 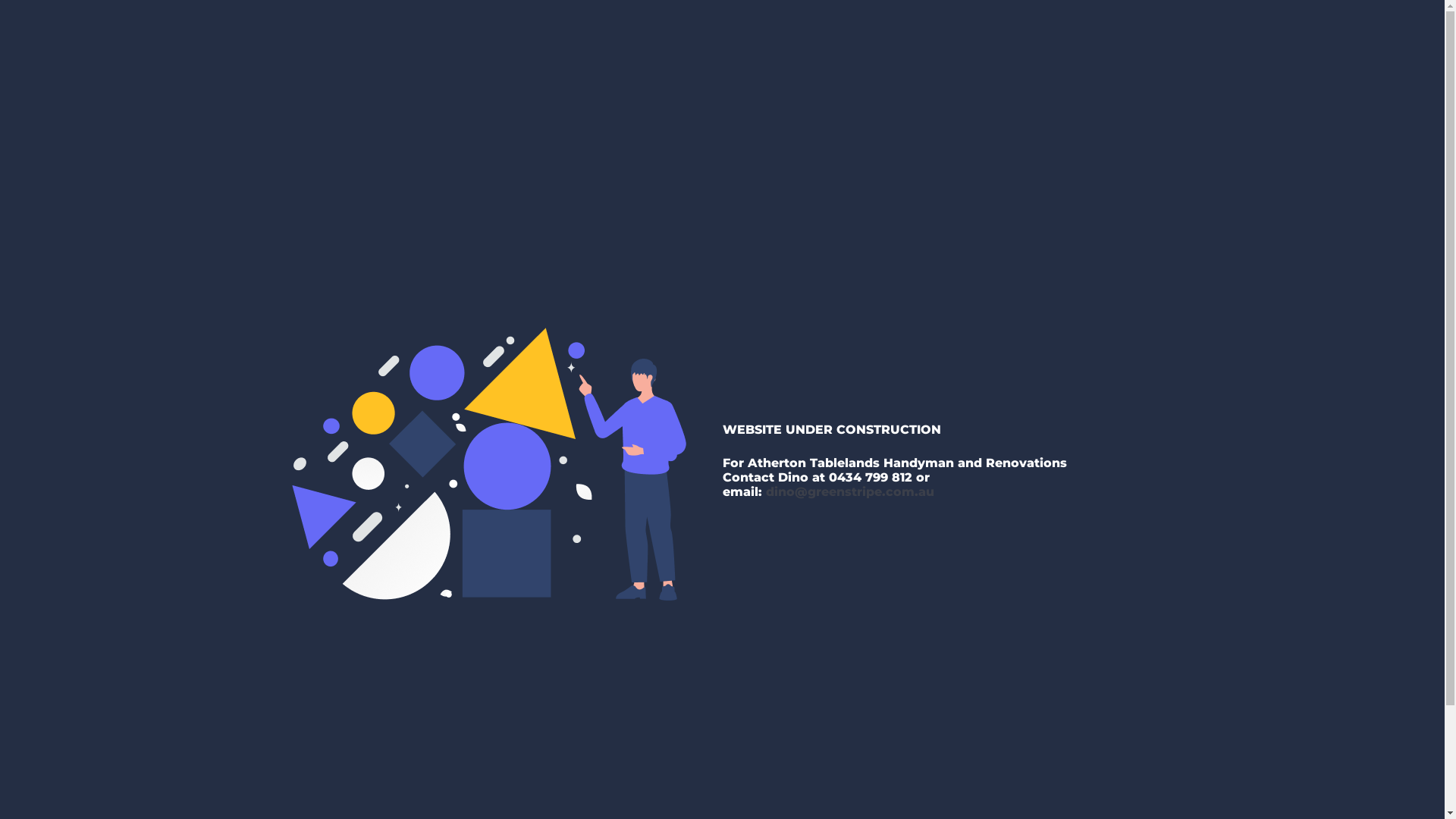 I want to click on 'dino@greenstripe.com.au', so click(x=765, y=491).